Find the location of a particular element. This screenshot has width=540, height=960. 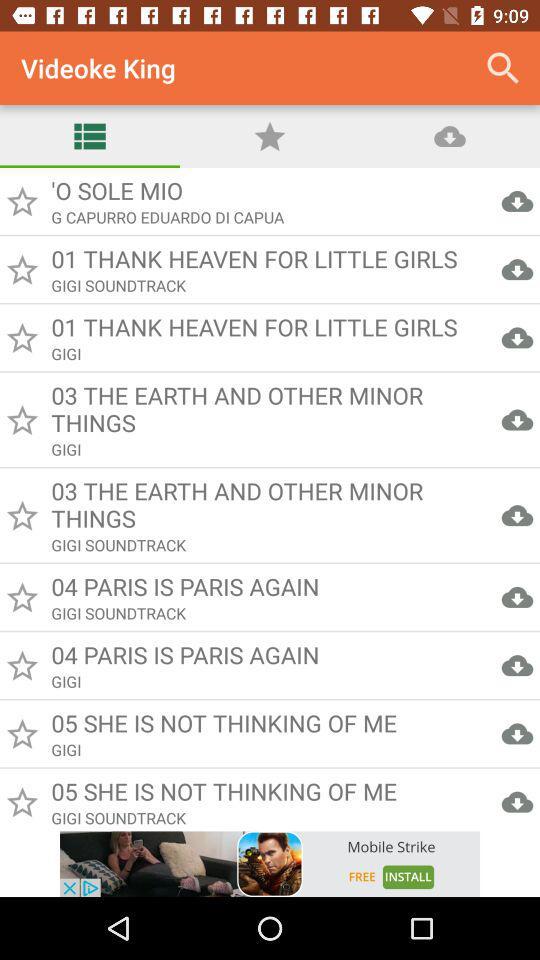

site is located at coordinates (270, 863).